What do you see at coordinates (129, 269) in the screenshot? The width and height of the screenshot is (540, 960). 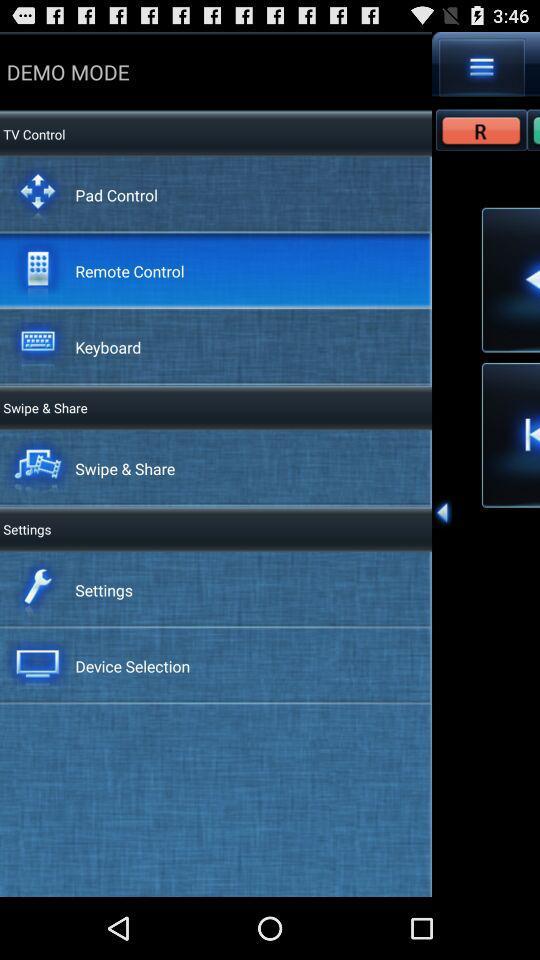 I see `remote control icon` at bounding box center [129, 269].